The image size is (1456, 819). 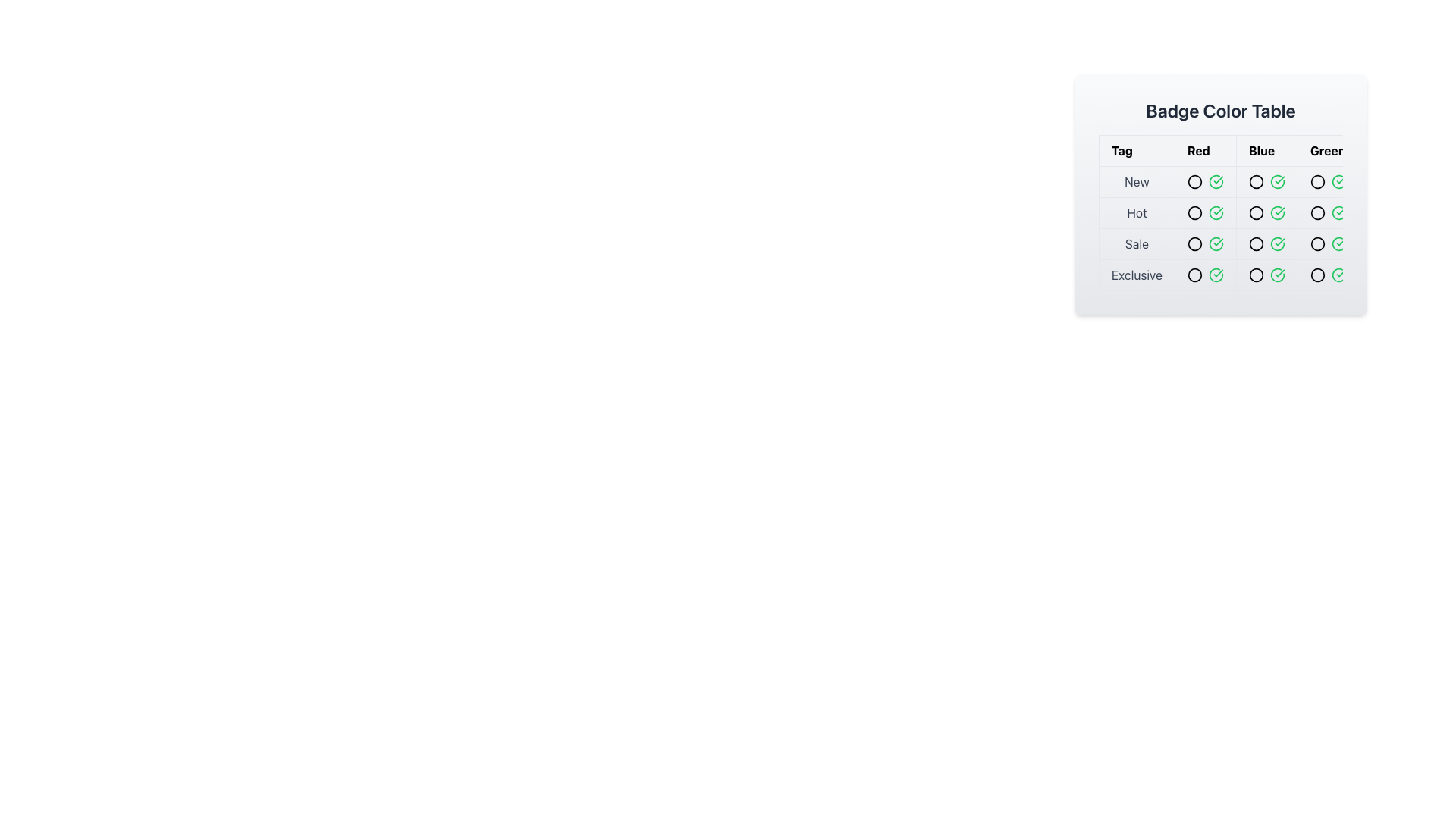 I want to click on the 'Red' category Table Header Cell in the Badge Color Table, which is positioned to the right of the 'Tag' column and left of the 'Blue' column, so click(x=1204, y=151).